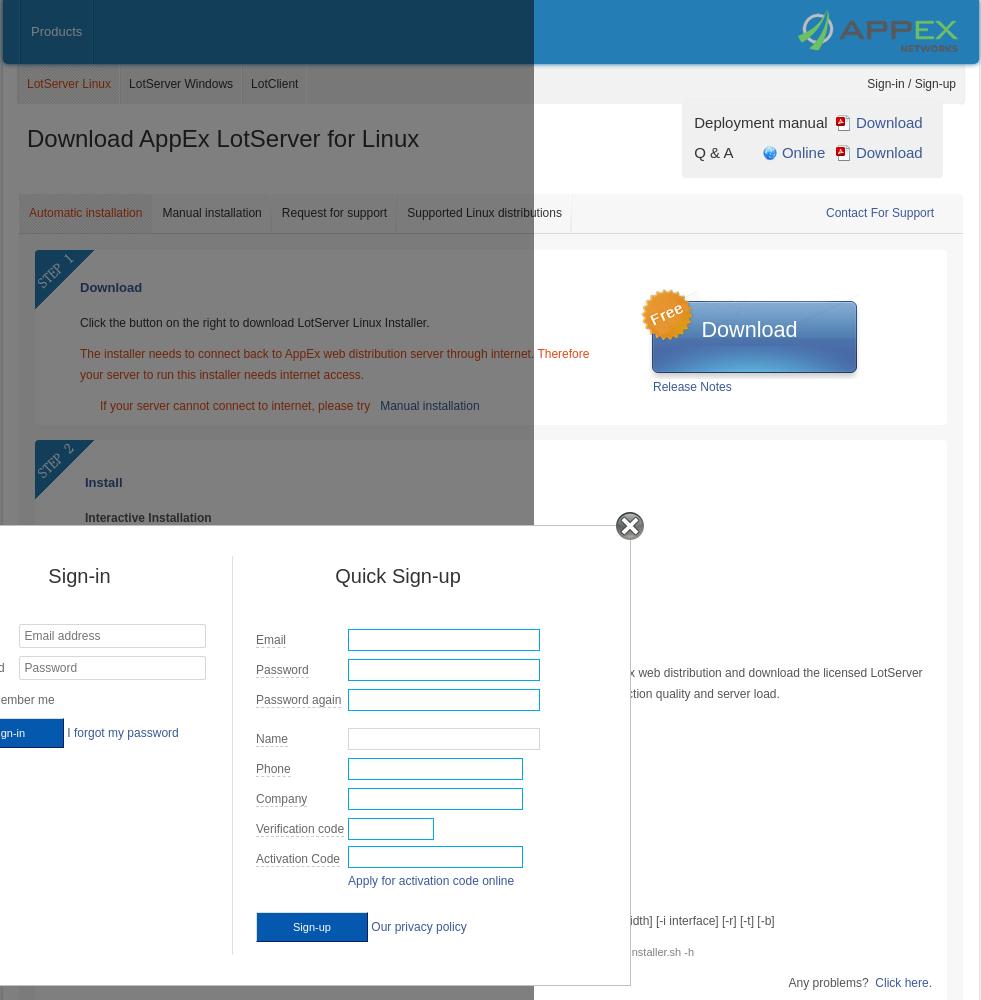 The width and height of the screenshot is (981, 1000). Describe the element at coordinates (428, 921) in the screenshot. I see `'3. Run: bash lotServerInstaller.sh
												-e email -p password [-in inbound_bandwidth] [-out outbound_bandwidth] [-i interface] [-r] [-t] [-b]'` at that location.